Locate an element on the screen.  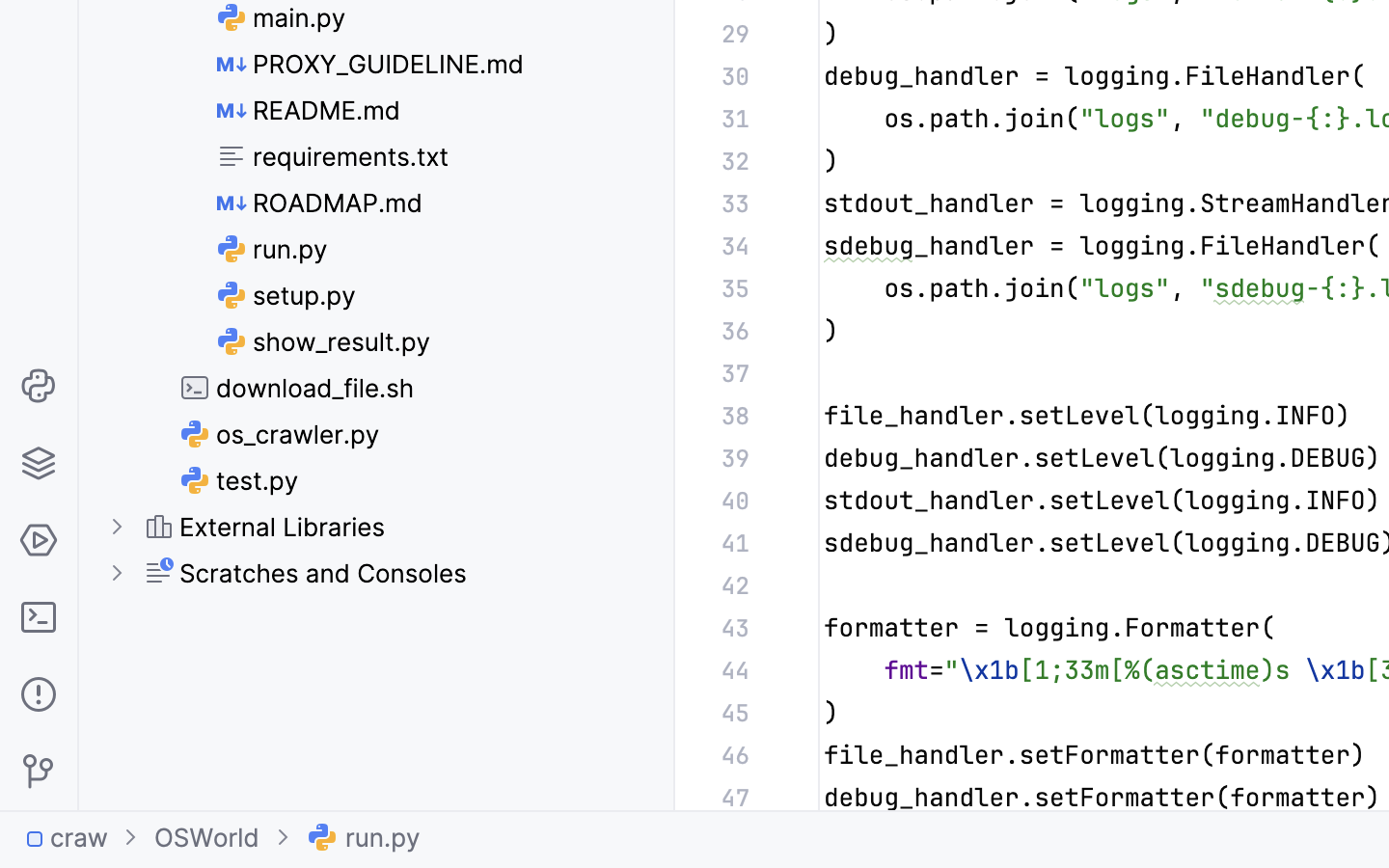
'README.md' is located at coordinates (309, 110).